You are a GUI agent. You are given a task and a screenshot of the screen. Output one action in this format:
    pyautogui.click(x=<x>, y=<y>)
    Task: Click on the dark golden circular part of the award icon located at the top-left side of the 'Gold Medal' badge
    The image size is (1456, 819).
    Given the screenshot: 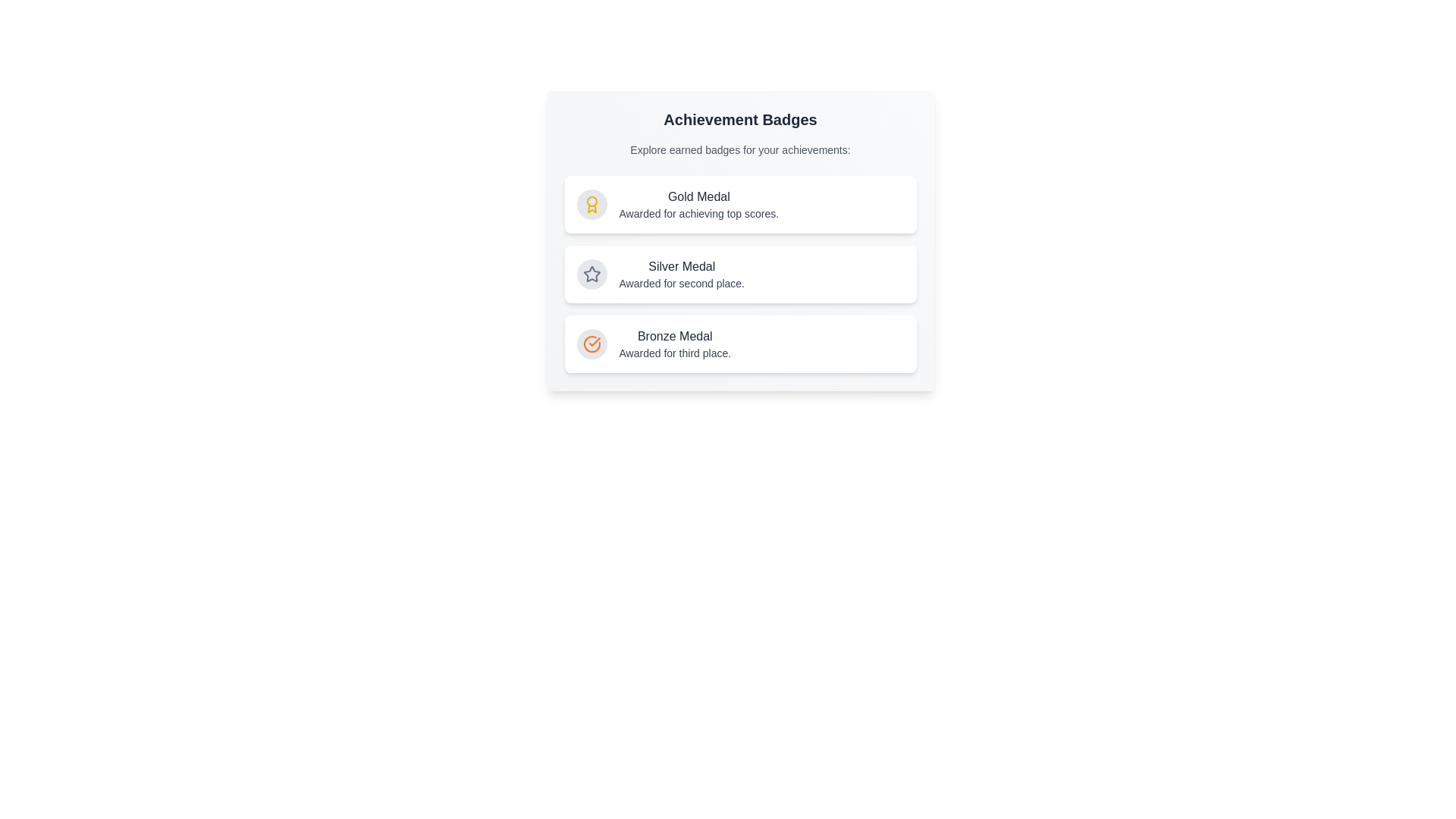 What is the action you would take?
    pyautogui.click(x=591, y=201)
    